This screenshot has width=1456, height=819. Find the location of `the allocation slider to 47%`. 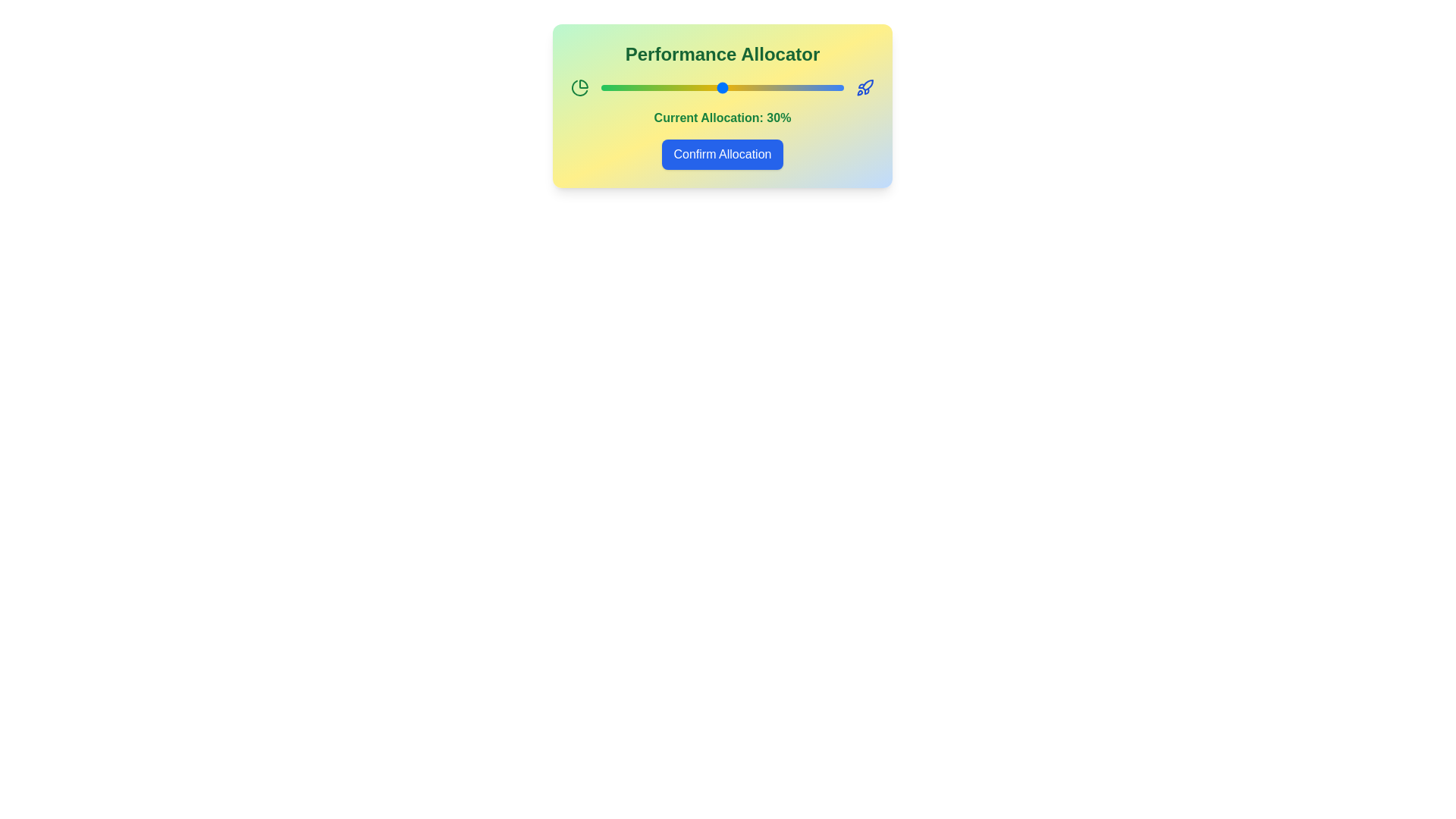

the allocation slider to 47% is located at coordinates (825, 87).